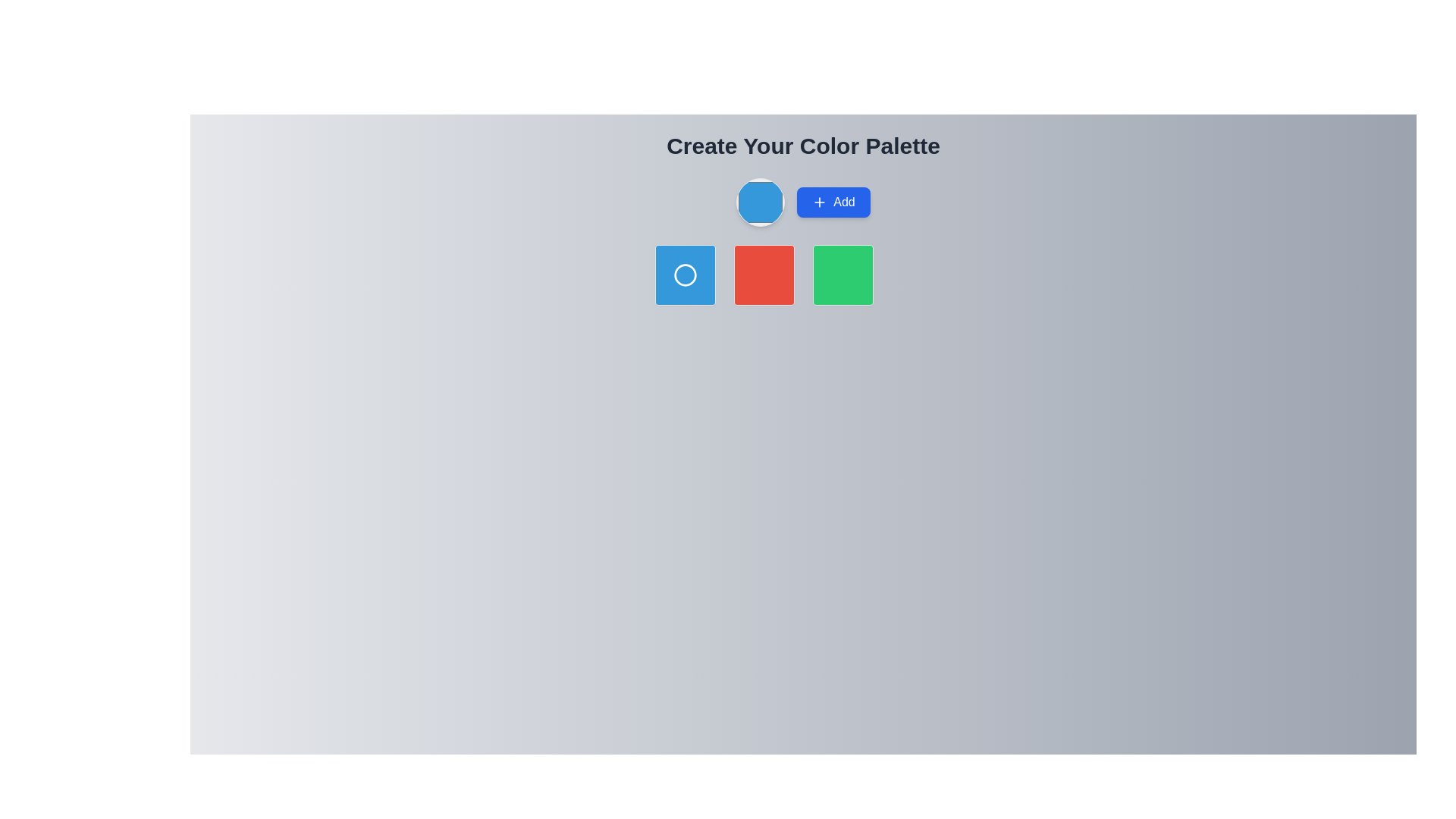 The width and height of the screenshot is (1456, 819). I want to click on the color picker element, which is the first in a horizontal stack and located to the left of the 'Add' button, so click(761, 201).